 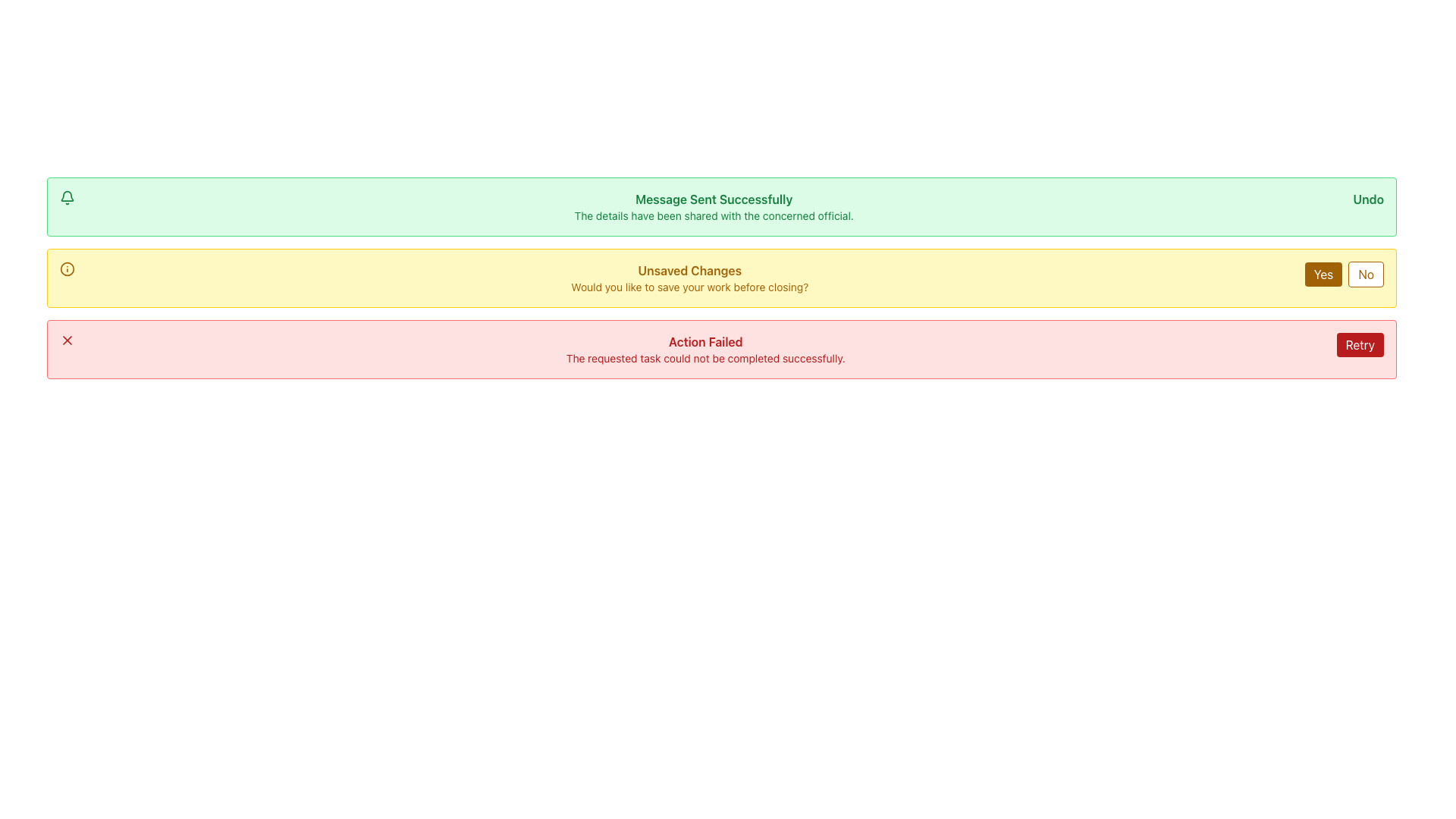 What do you see at coordinates (689, 278) in the screenshot?
I see `the text element that displays 'Unsaved Changes' and prompts 'Would you like to save your work before closing?' in a yellow notification area` at bounding box center [689, 278].